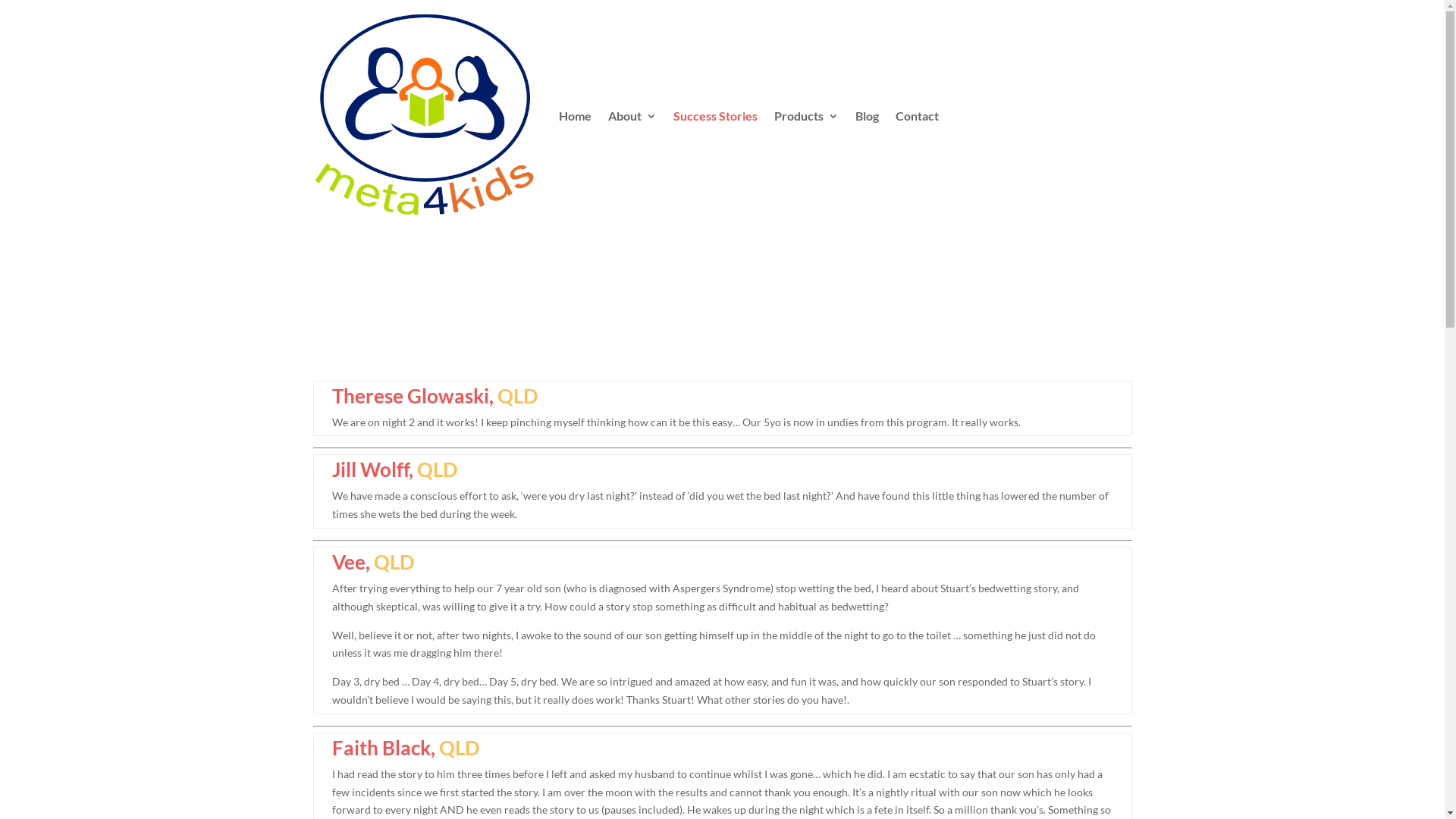  Describe the element at coordinates (867, 115) in the screenshot. I see `'Blog'` at that location.